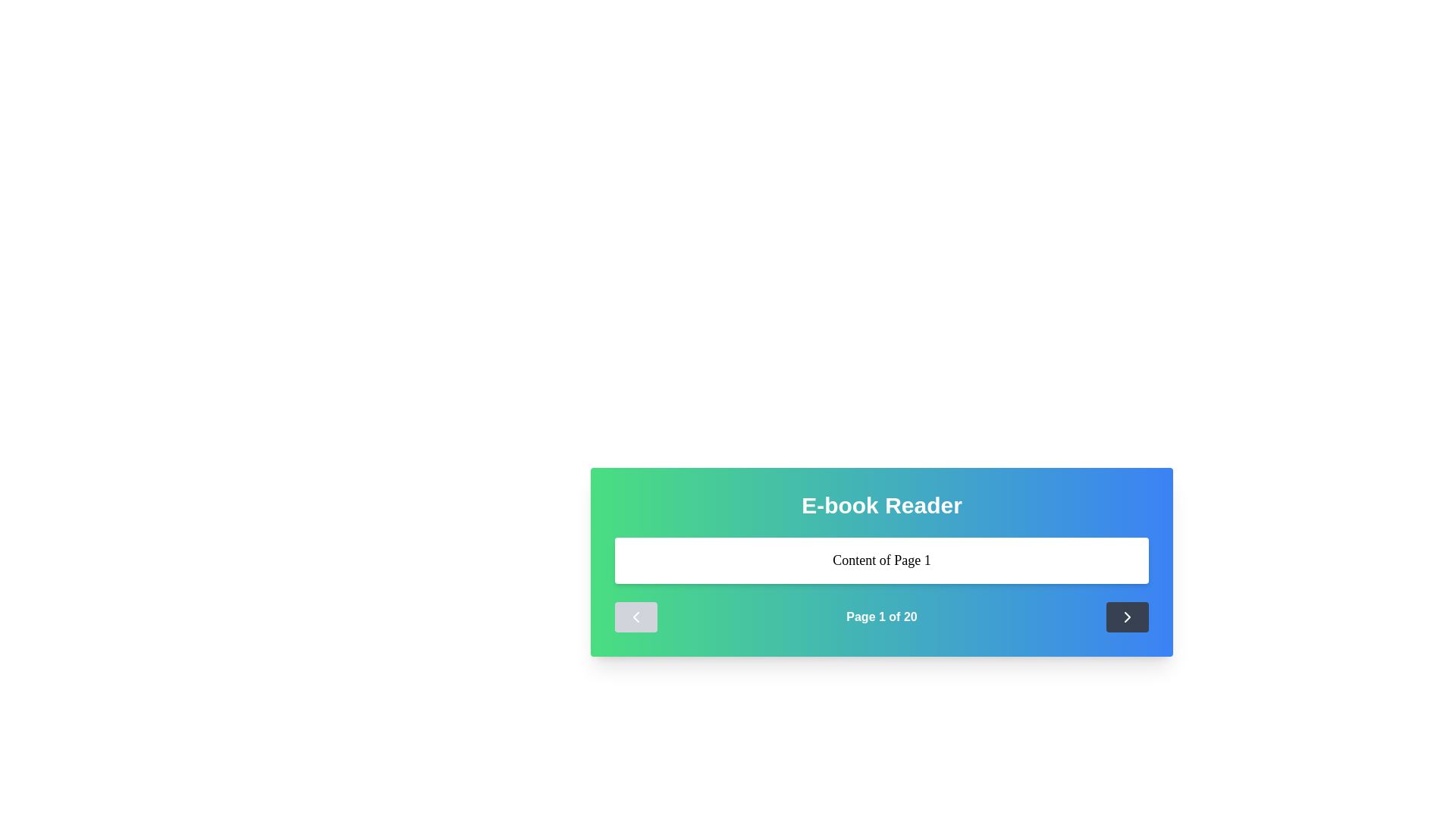  I want to click on displayed page number in the text display area located at the bottom section of the gradient-styled card component, centered between the left and right navigation buttons, so click(881, 617).